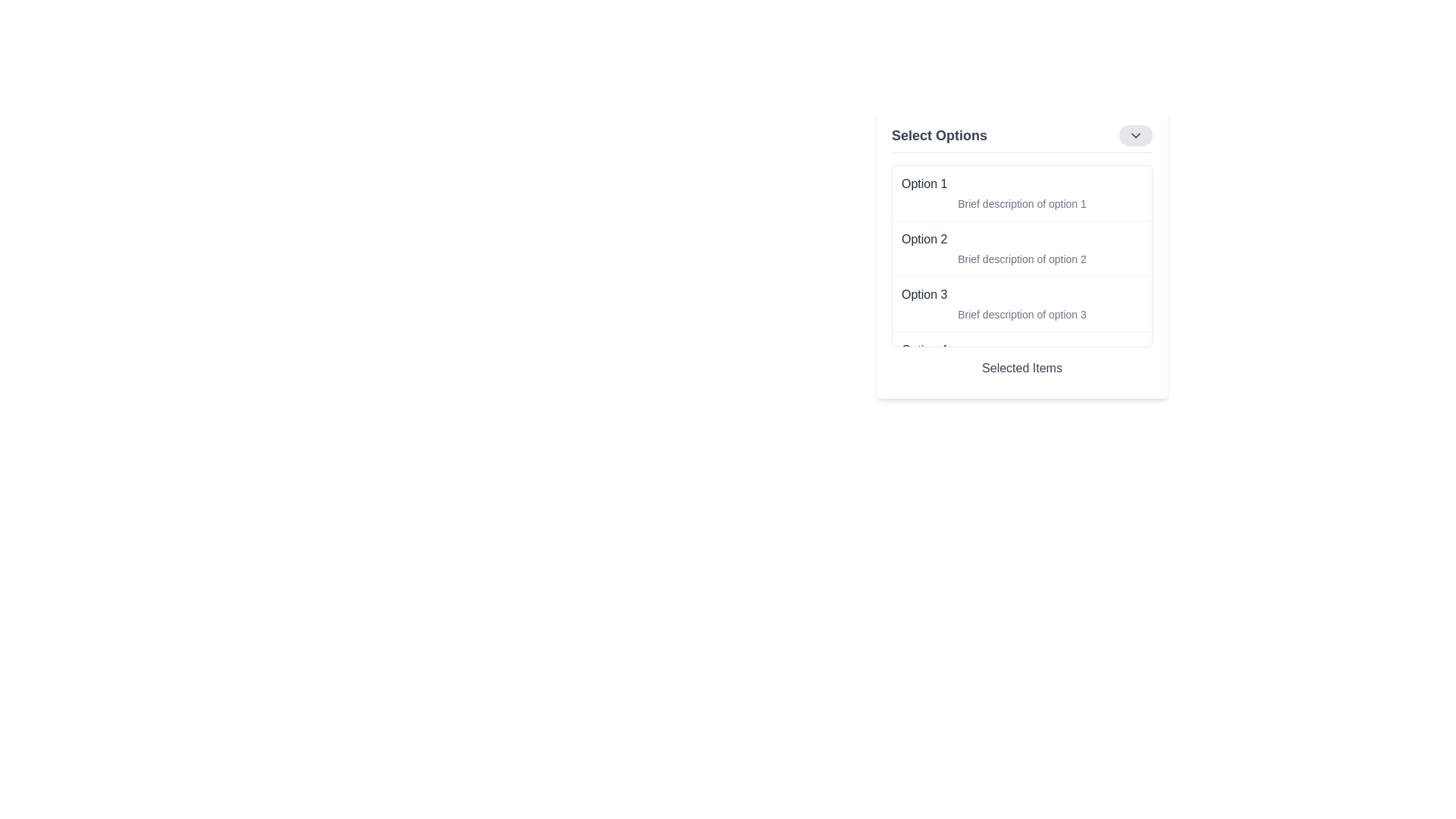 The height and width of the screenshot is (819, 1456). Describe the element at coordinates (1022, 192) in the screenshot. I see `the first list item labeled 'Option 1' with a supporting description 'Brief description of option 1'` at that location.